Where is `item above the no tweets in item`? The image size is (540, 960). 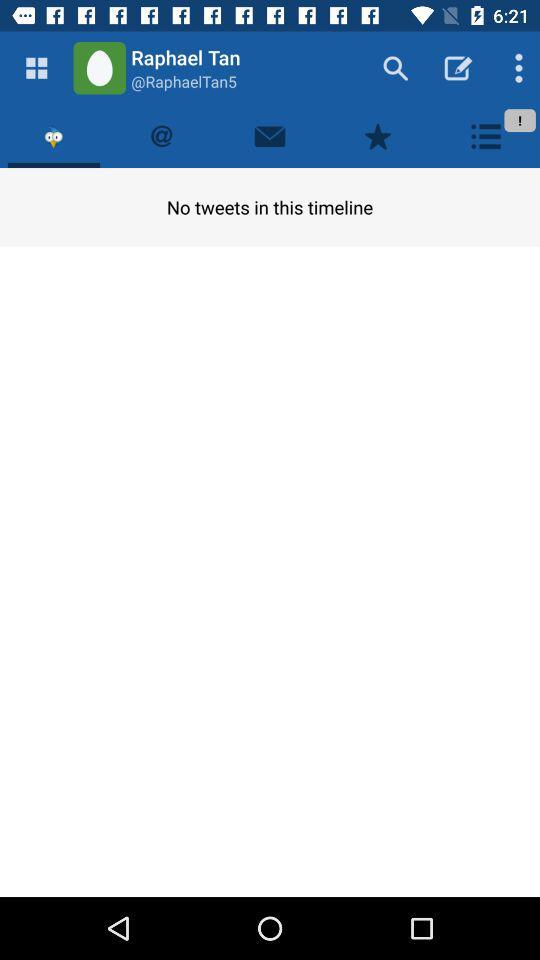
item above the no tweets in item is located at coordinates (270, 135).